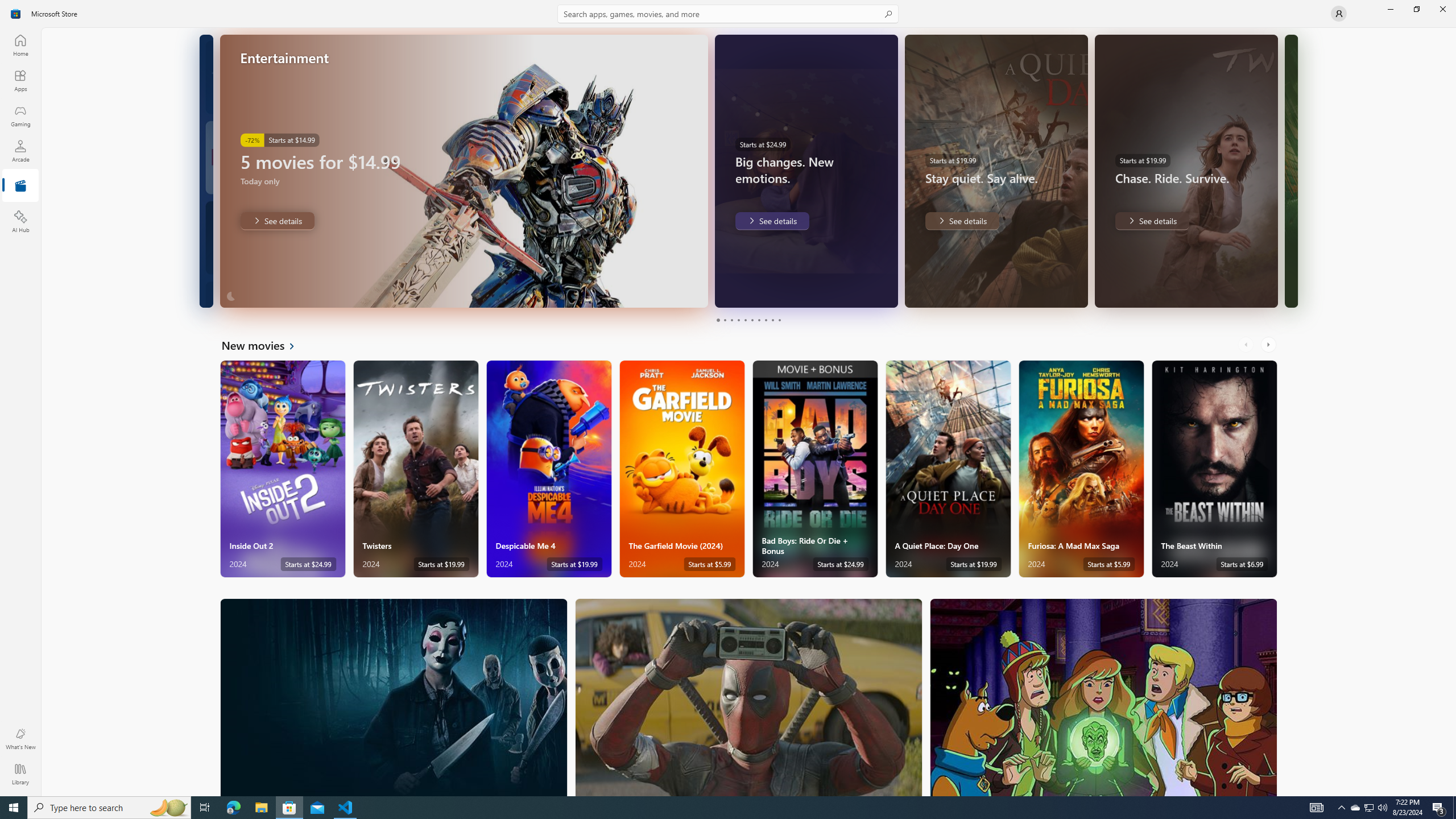 This screenshot has width=1456, height=819. I want to click on 'Page 6', so click(751, 320).